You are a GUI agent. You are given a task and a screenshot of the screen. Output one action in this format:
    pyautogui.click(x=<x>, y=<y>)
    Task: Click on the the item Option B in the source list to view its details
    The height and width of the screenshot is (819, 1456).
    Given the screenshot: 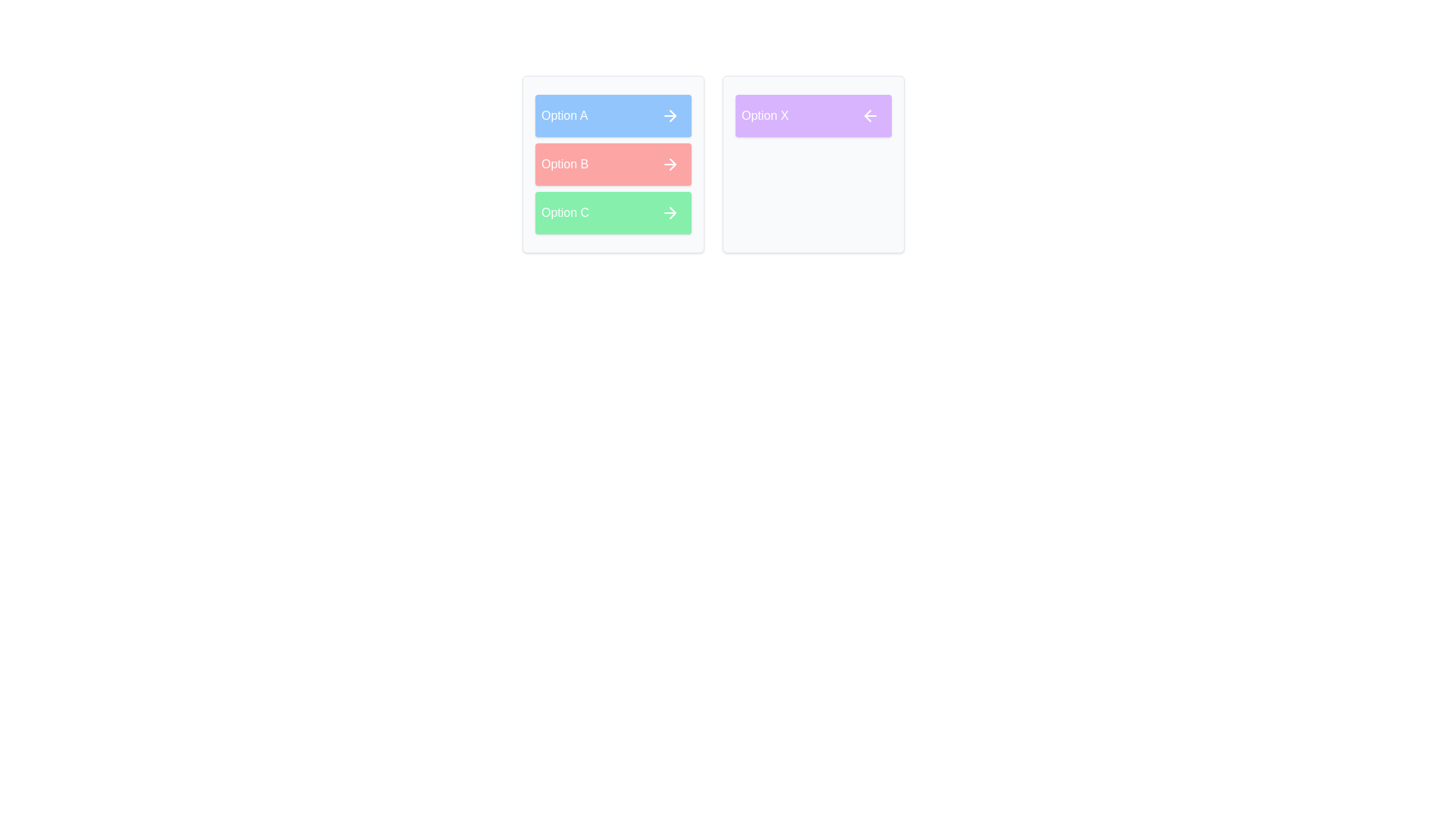 What is the action you would take?
    pyautogui.click(x=613, y=164)
    